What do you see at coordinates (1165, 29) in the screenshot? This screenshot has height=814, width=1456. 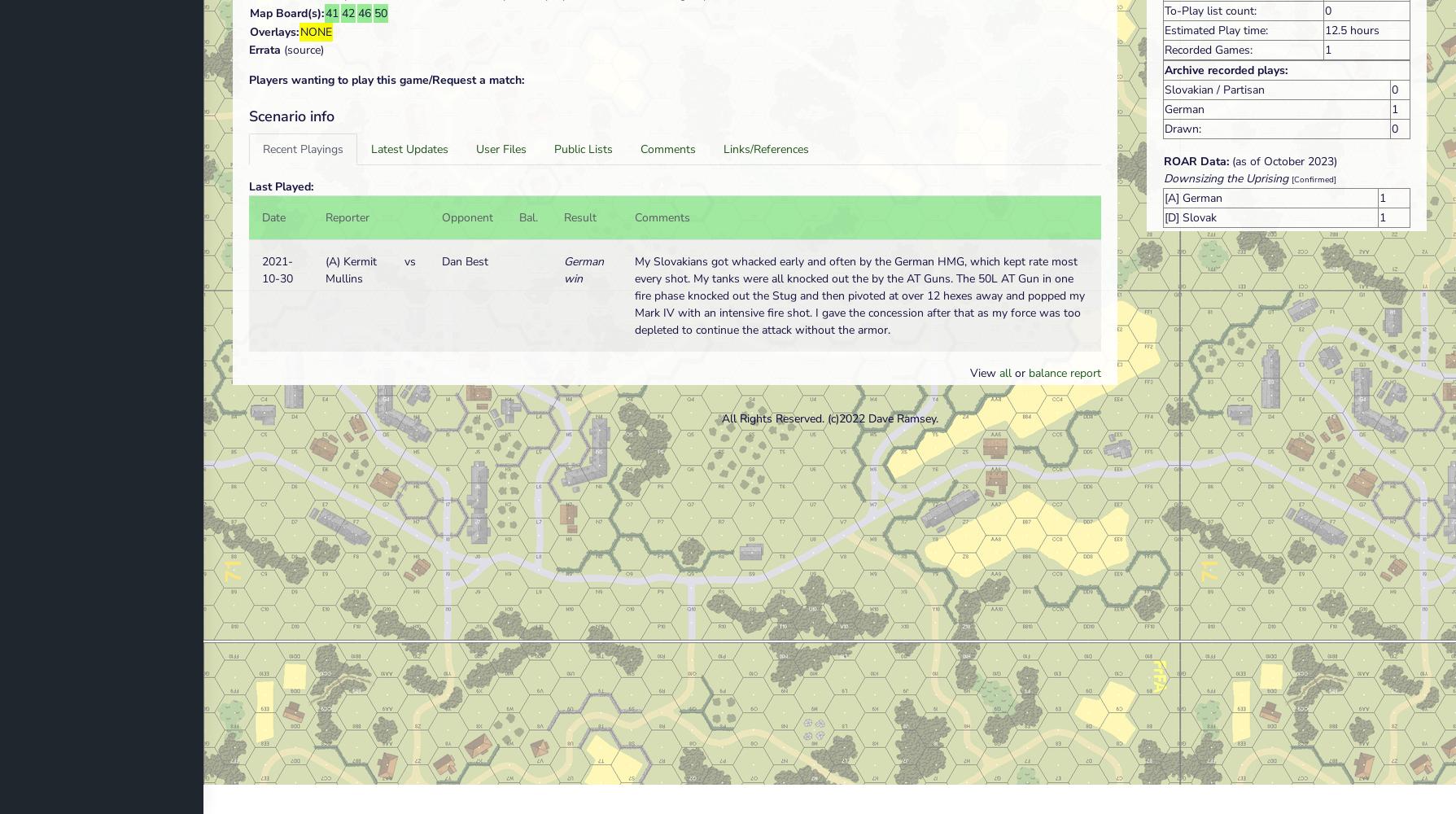 I see `'Estimated Play time:'` at bounding box center [1165, 29].